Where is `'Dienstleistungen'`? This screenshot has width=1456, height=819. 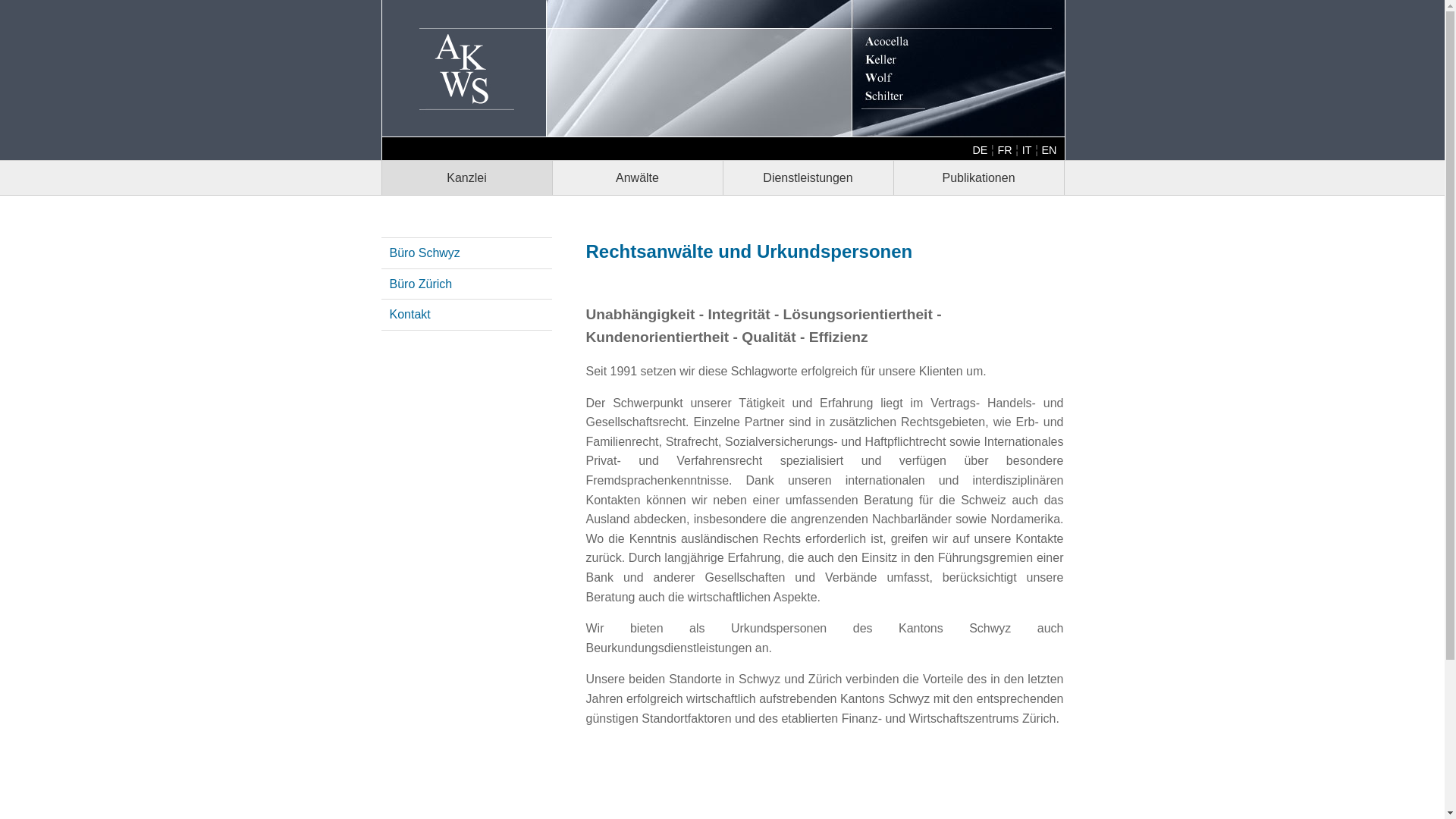
'Dienstleistungen' is located at coordinates (807, 177).